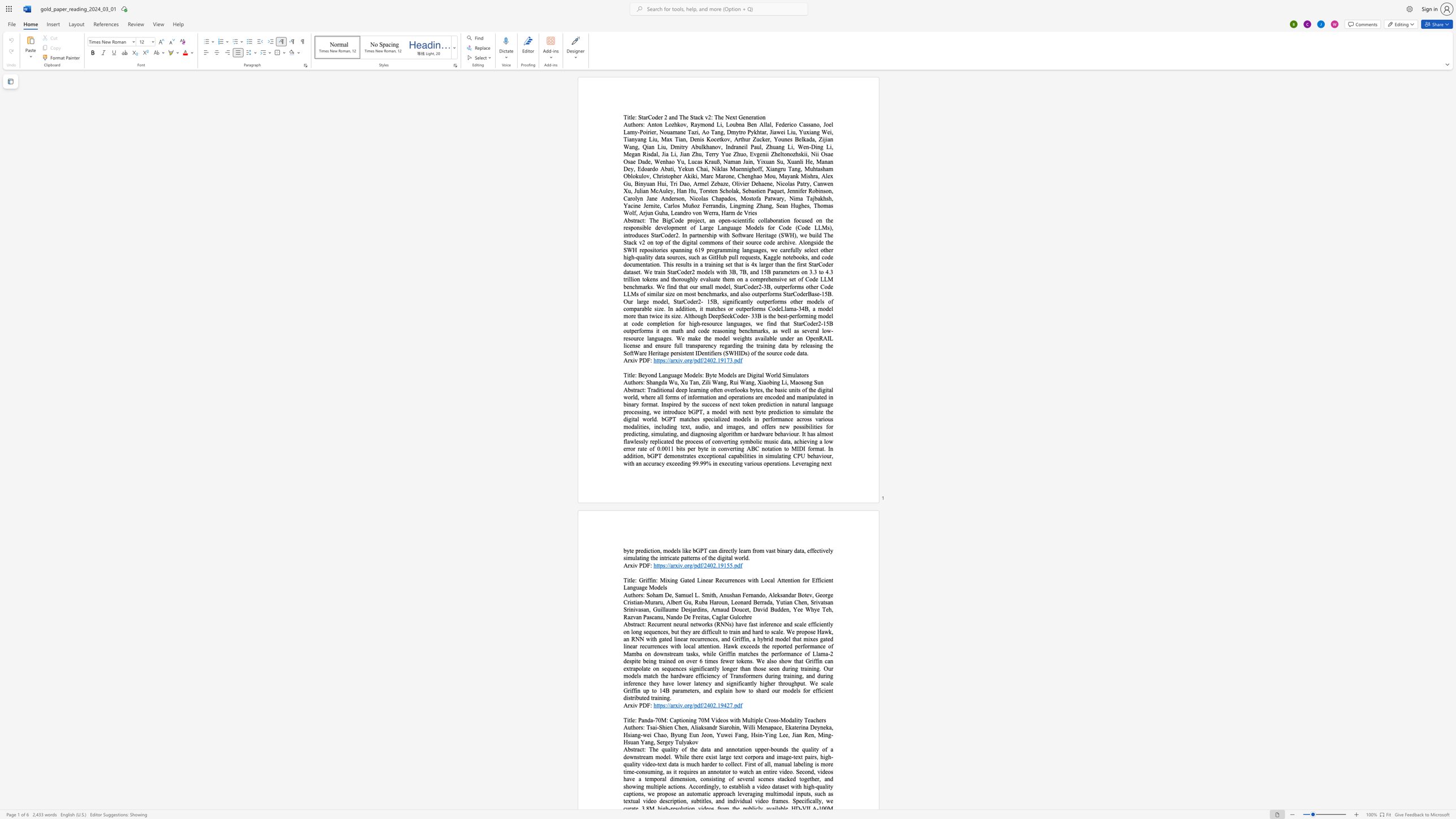  What do you see at coordinates (632, 389) in the screenshot?
I see `the 1th character "s" in the text` at bounding box center [632, 389].